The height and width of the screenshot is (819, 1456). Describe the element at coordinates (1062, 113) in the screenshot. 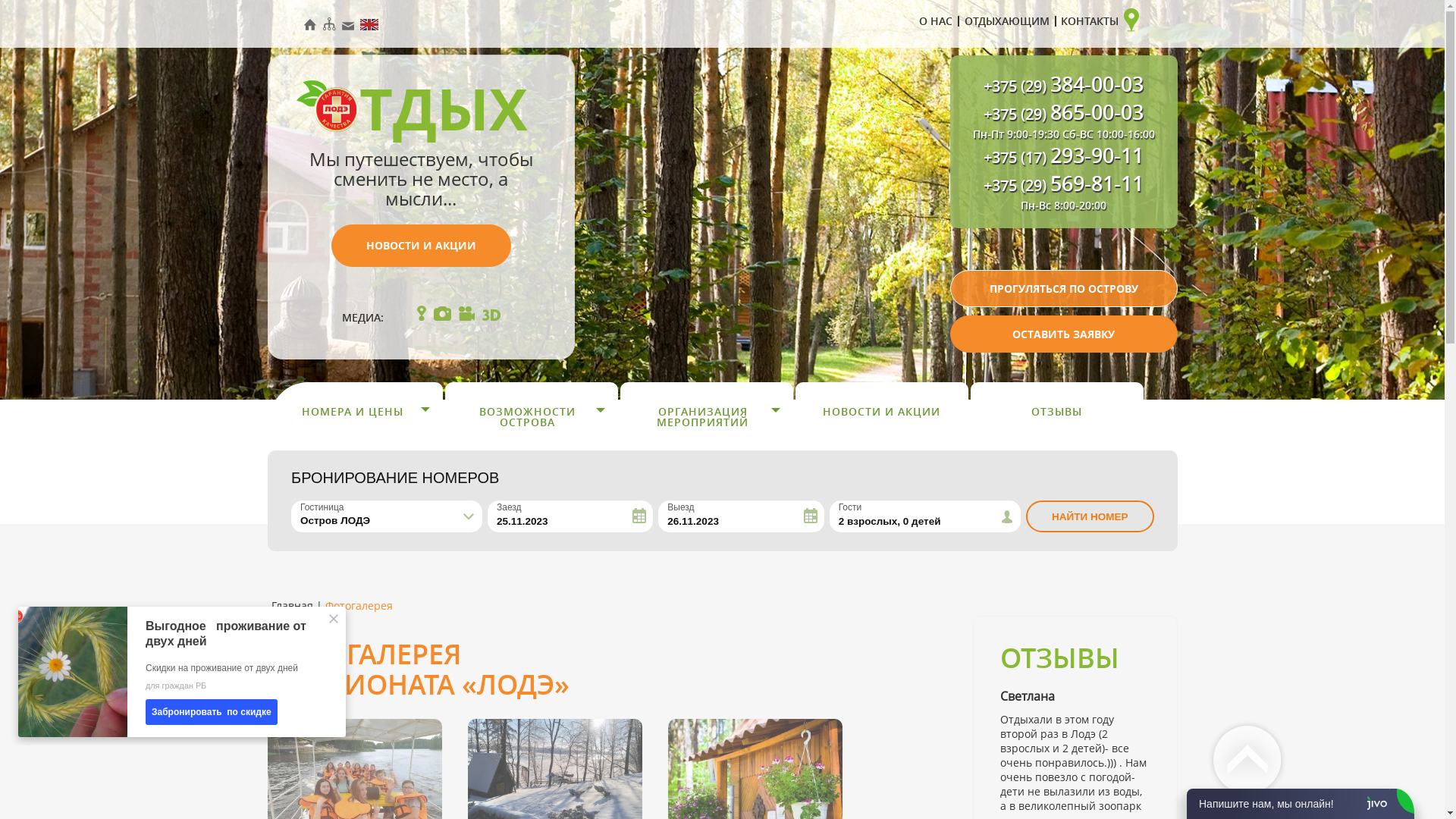

I see `'+375 (29) 865-00-03'` at that location.